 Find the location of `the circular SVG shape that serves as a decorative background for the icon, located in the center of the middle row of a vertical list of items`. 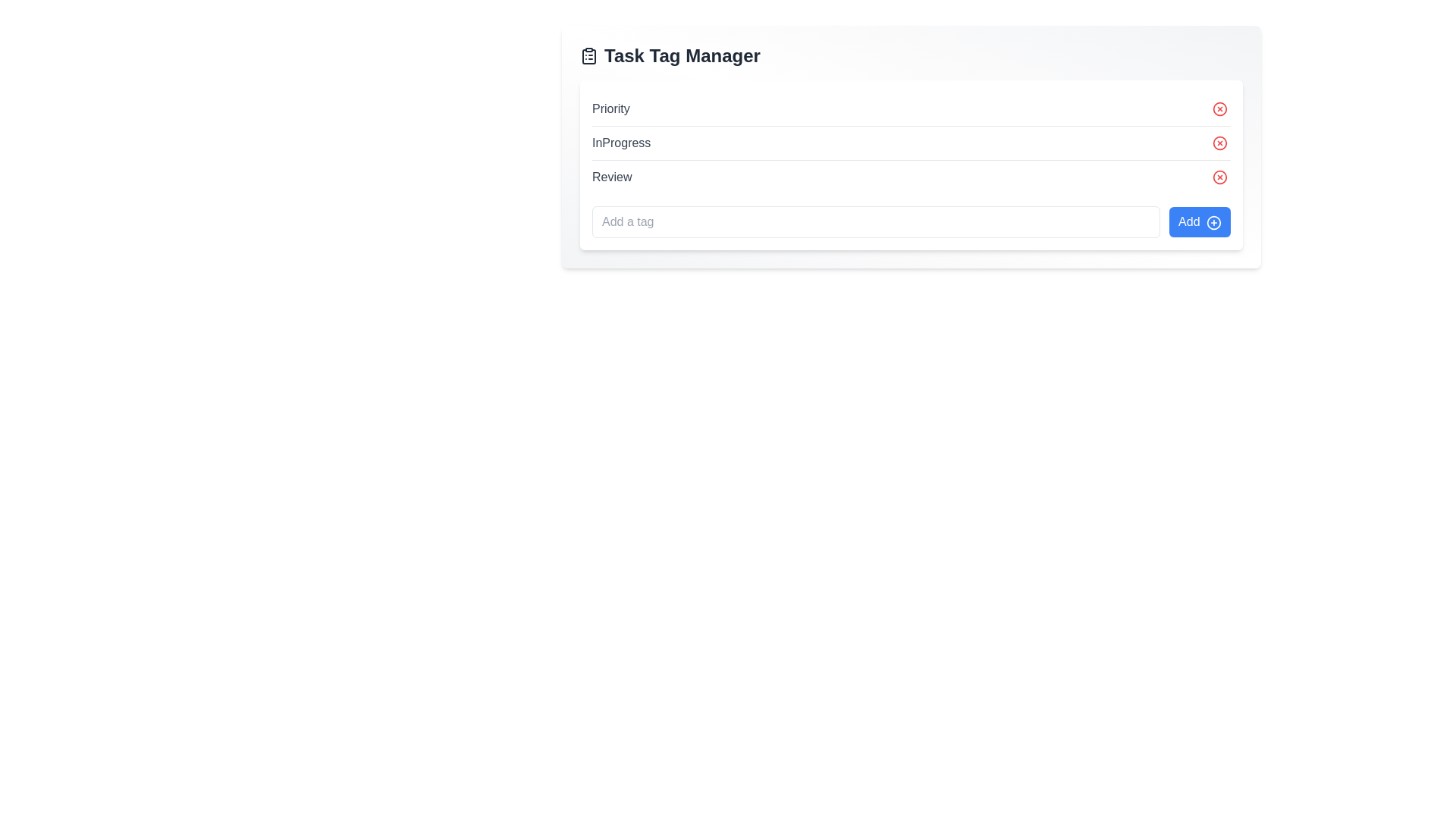

the circular SVG shape that serves as a decorative background for the icon, located in the center of the middle row of a vertical list of items is located at coordinates (1219, 143).